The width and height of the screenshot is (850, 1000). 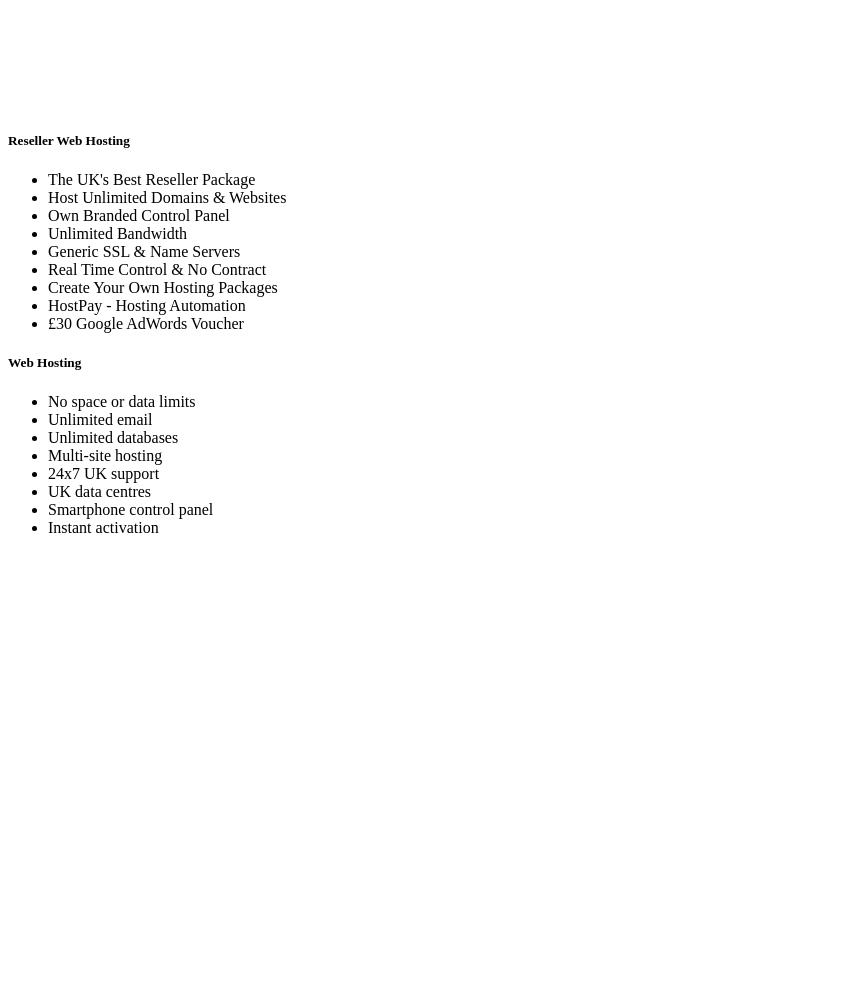 I want to click on 'HostPay - Hosting Automation', so click(x=146, y=304).